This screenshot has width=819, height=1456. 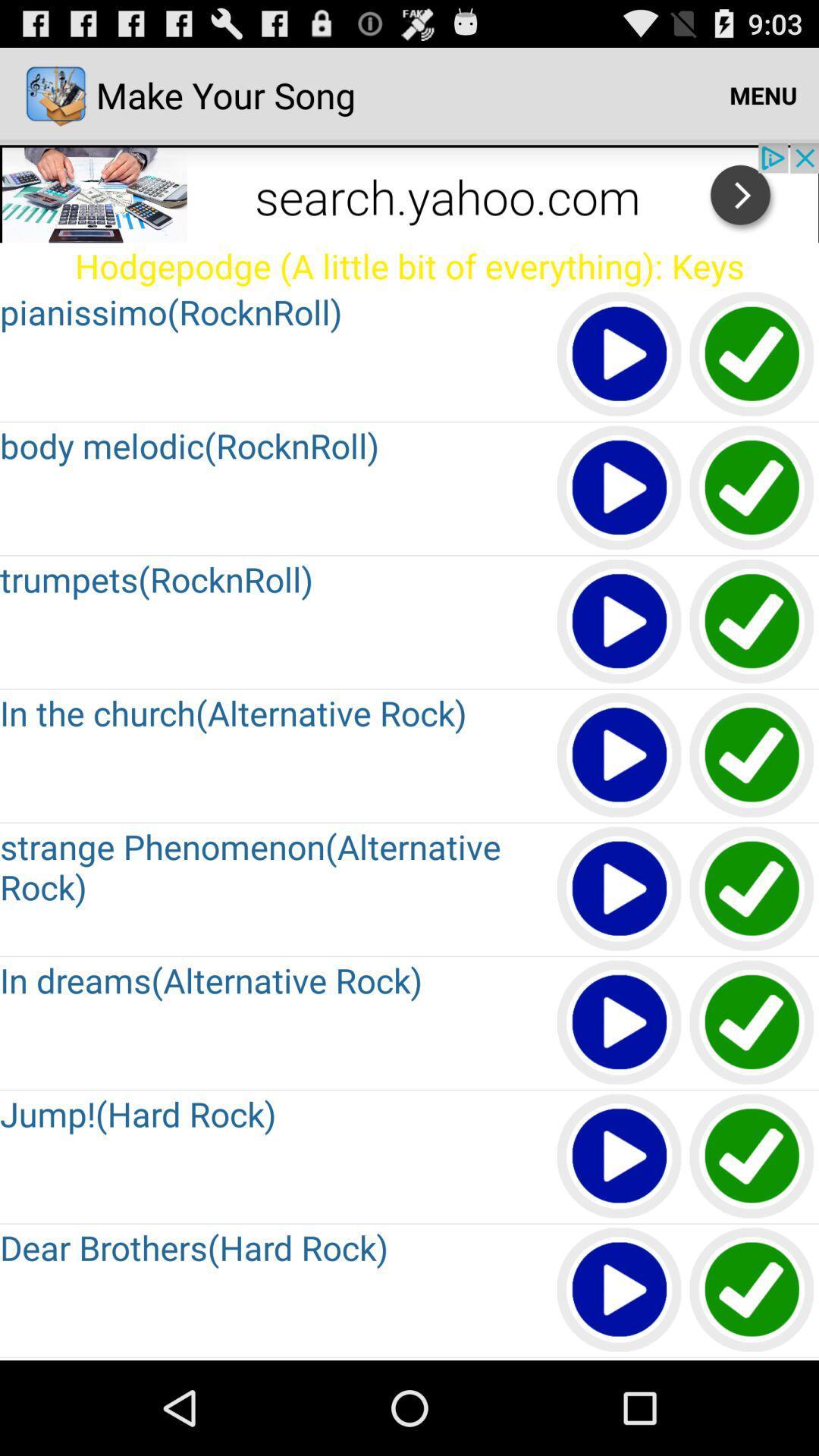 I want to click on button, so click(x=620, y=354).